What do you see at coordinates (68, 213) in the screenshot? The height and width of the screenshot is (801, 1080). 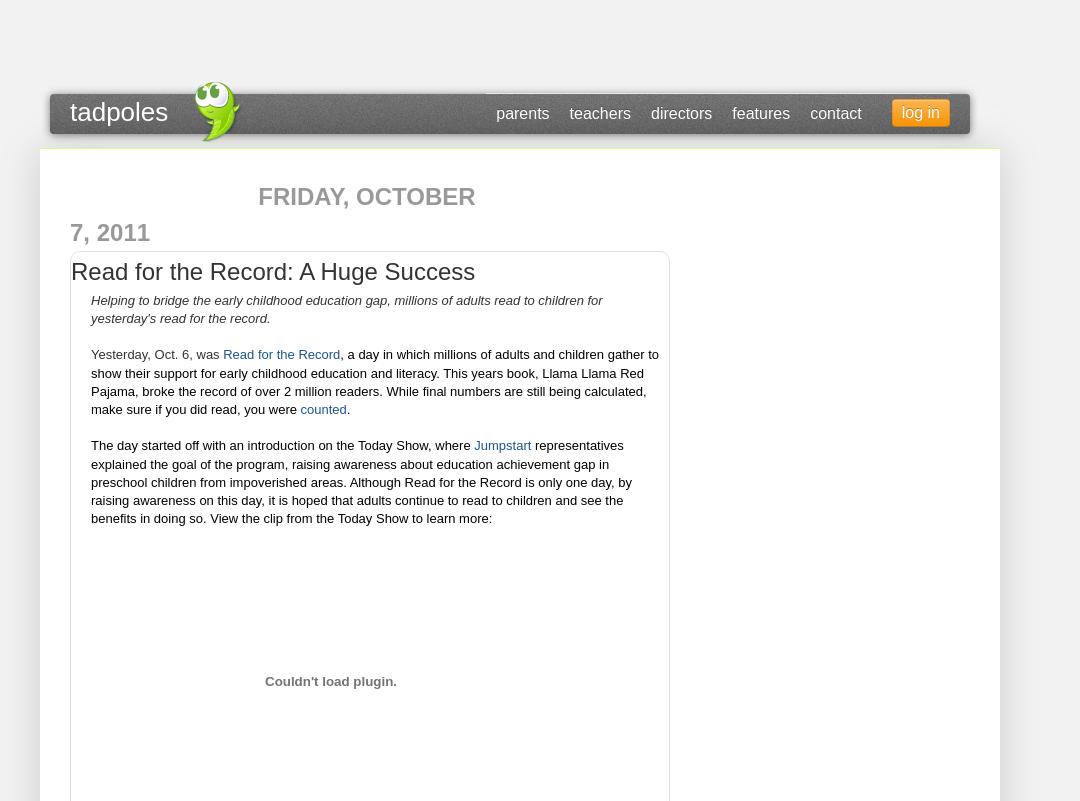 I see `'Friday, October 7, 2011'` at bounding box center [68, 213].